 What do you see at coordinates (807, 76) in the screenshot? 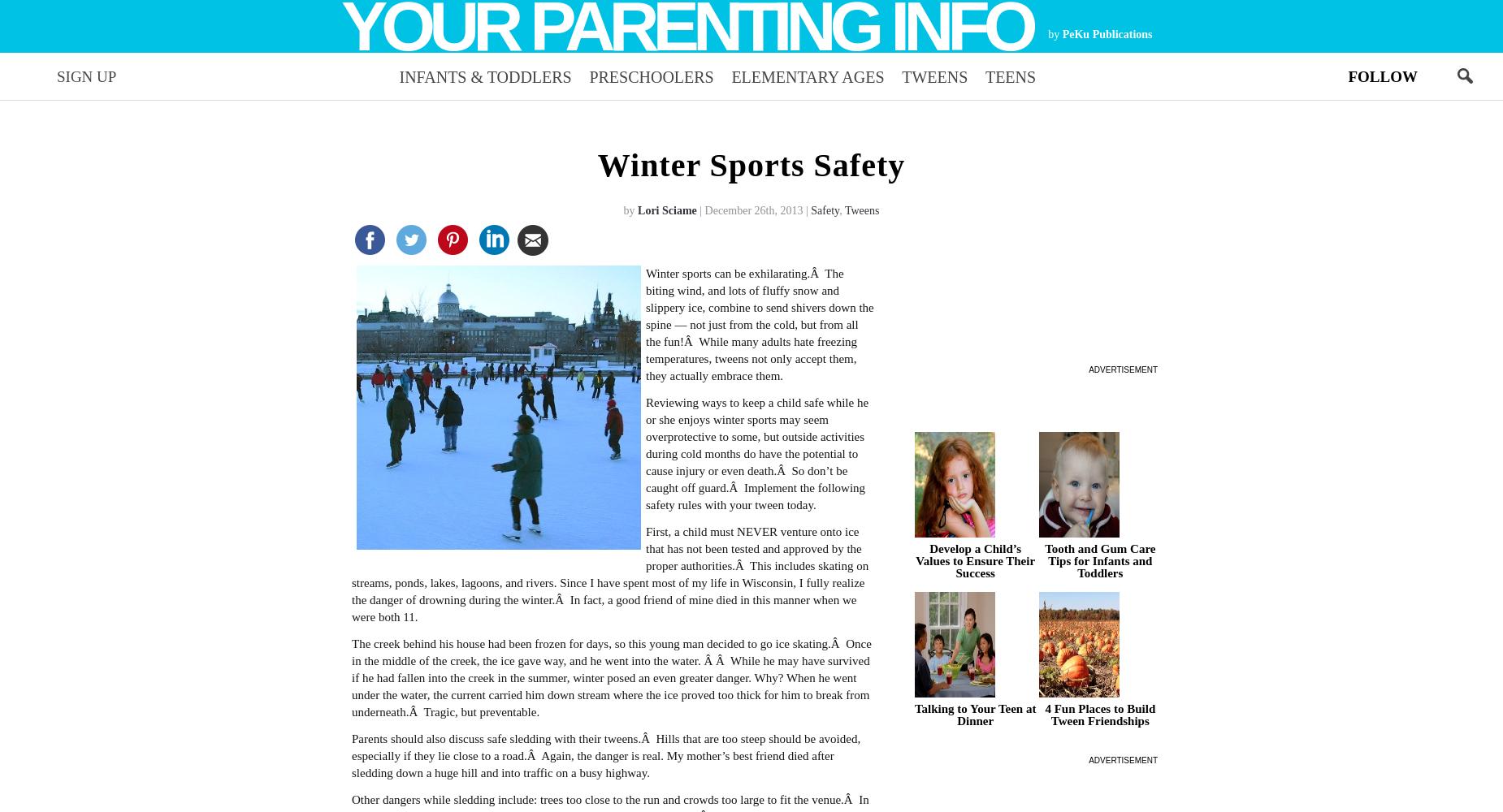
I see `'Elementary Ages'` at bounding box center [807, 76].